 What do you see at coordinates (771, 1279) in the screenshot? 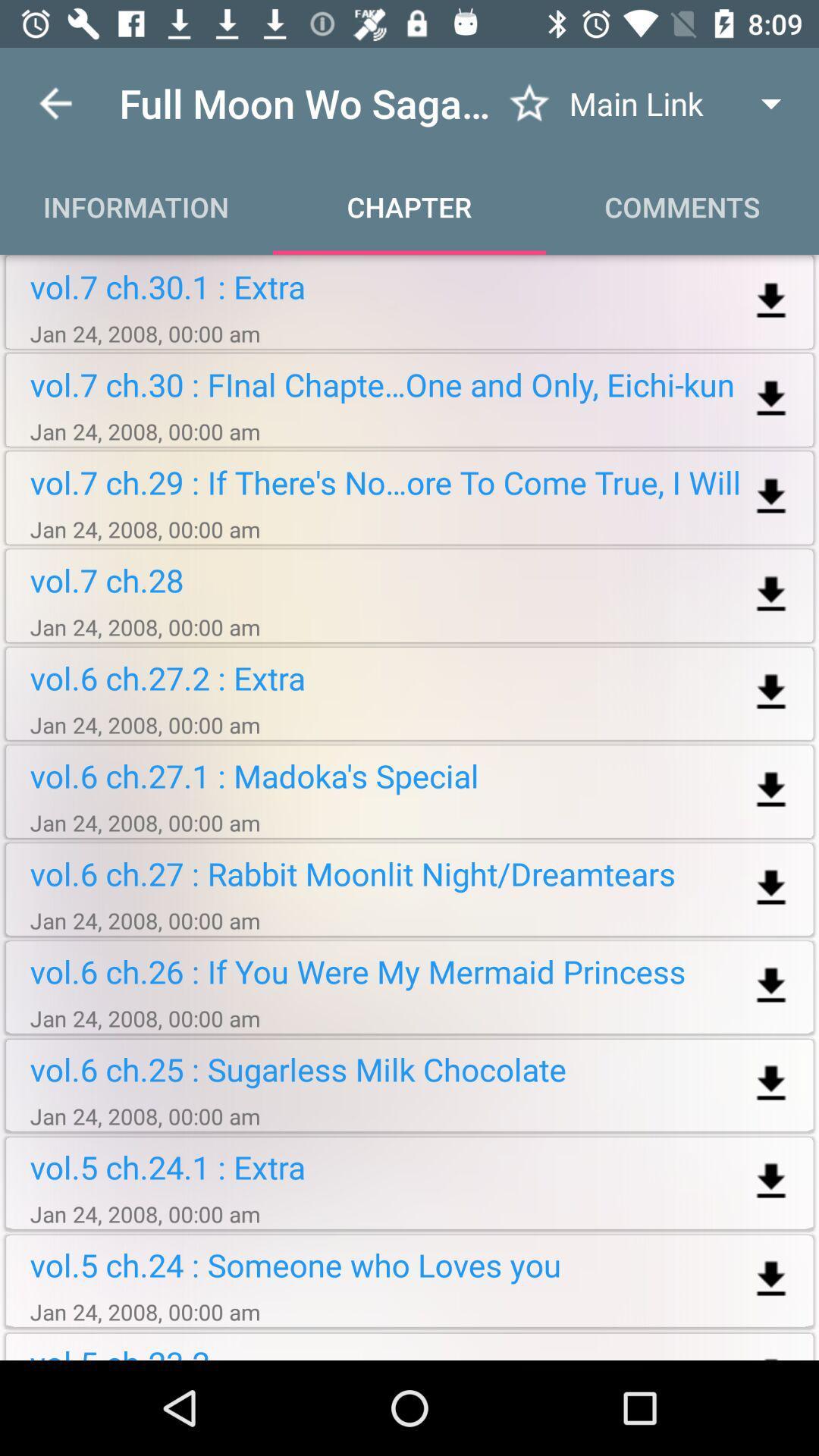
I see `download` at bounding box center [771, 1279].